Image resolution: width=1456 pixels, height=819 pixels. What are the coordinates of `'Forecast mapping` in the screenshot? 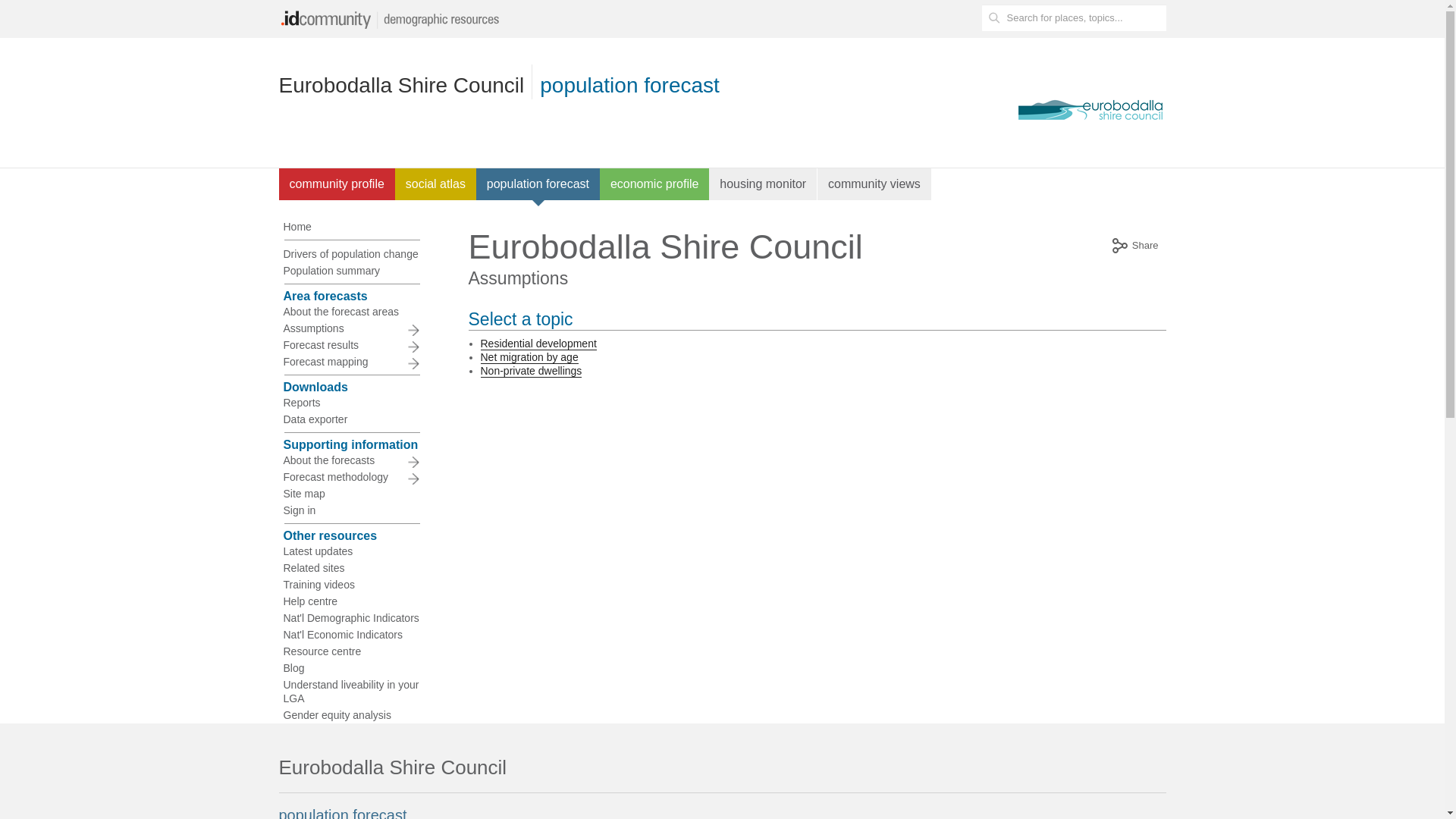 It's located at (350, 362).